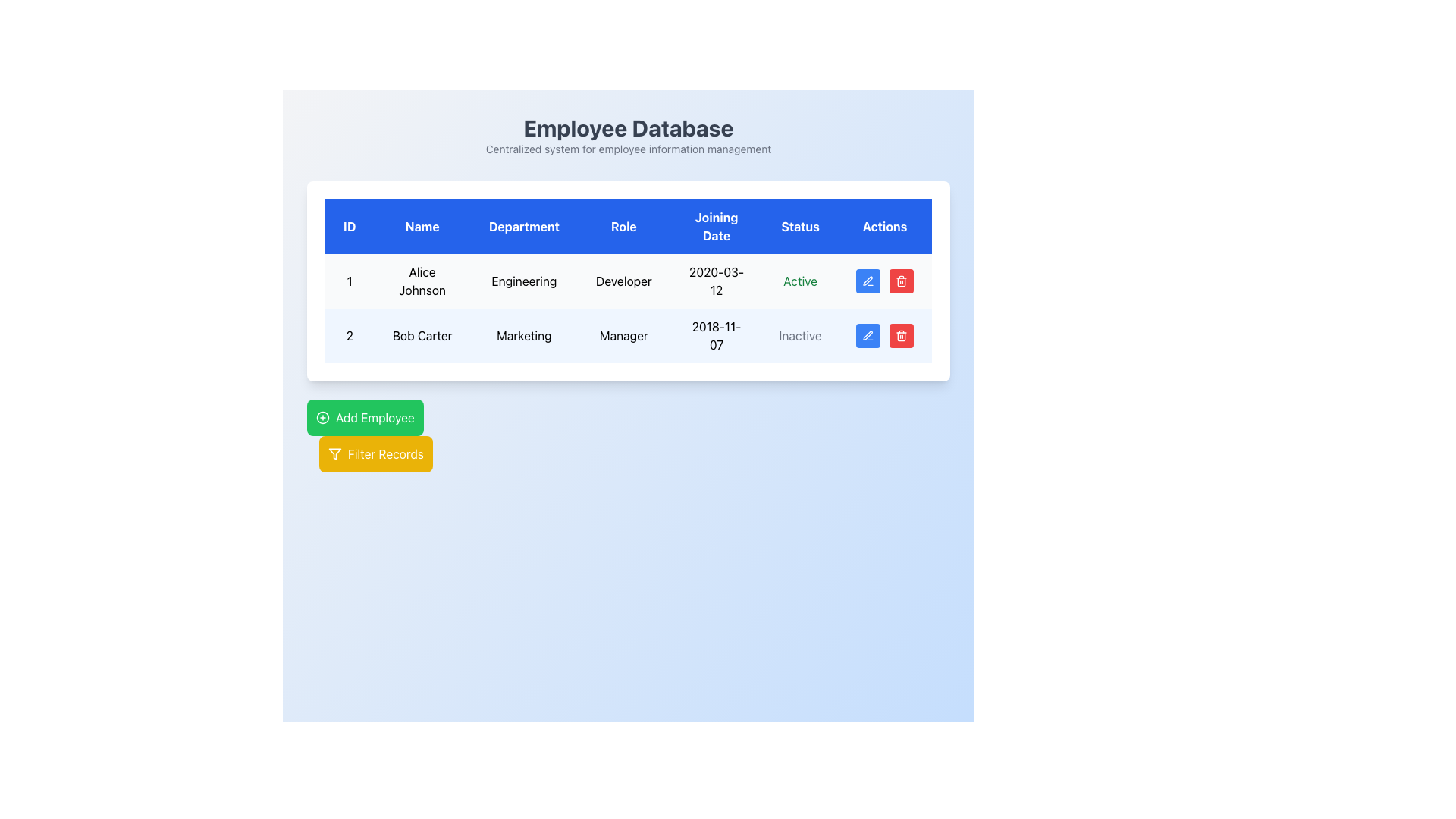  Describe the element at coordinates (629, 127) in the screenshot. I see `the text label displaying 'Employee Database' which is centrally aligned at the top of the page in bold, large font style` at that location.